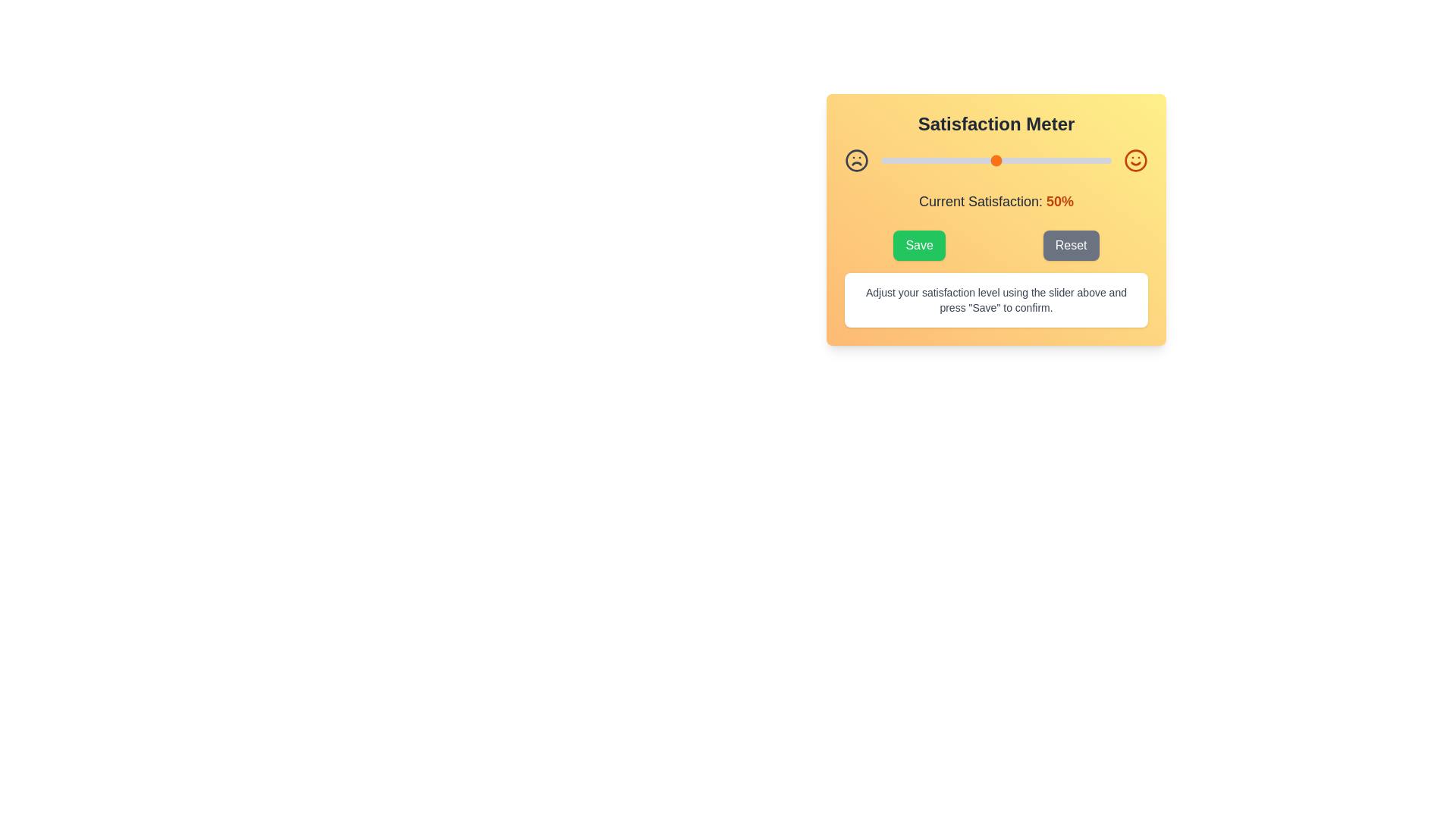  Describe the element at coordinates (918, 245) in the screenshot. I see `'Save' button to save the current satisfaction level` at that location.